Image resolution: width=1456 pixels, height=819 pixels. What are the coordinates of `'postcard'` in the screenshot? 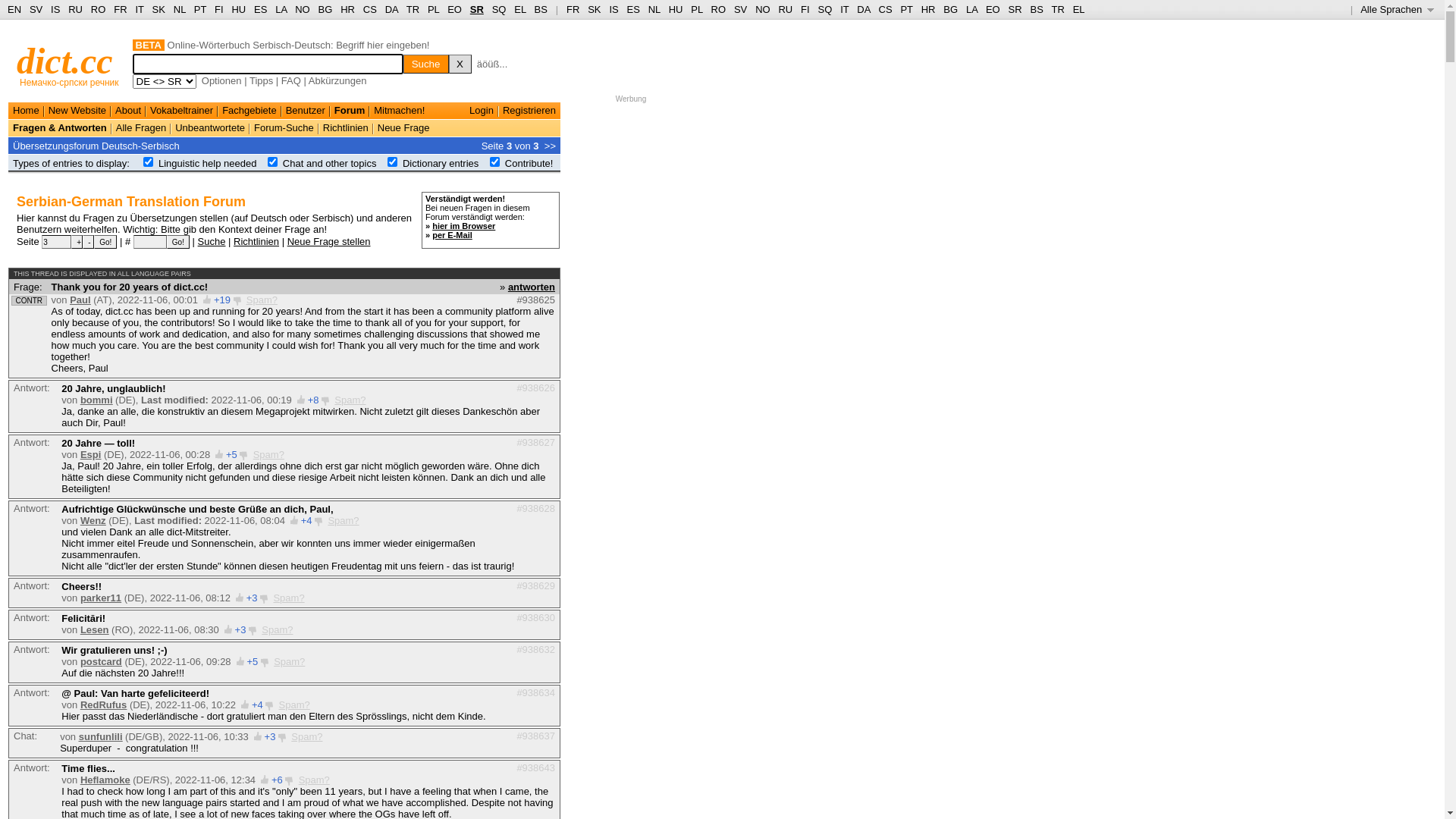 It's located at (100, 661).